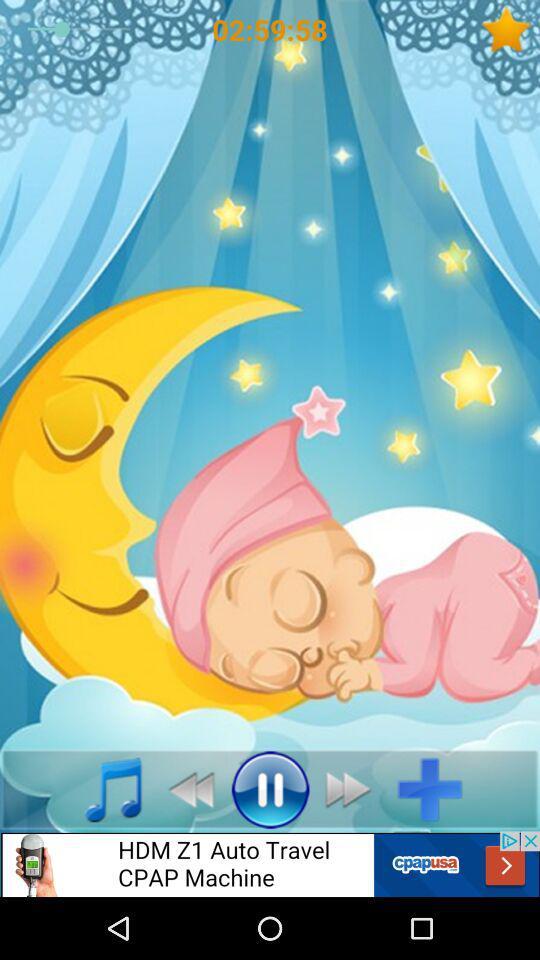 The image size is (540, 960). Describe the element at coordinates (185, 789) in the screenshot. I see `the av_rewind icon` at that location.